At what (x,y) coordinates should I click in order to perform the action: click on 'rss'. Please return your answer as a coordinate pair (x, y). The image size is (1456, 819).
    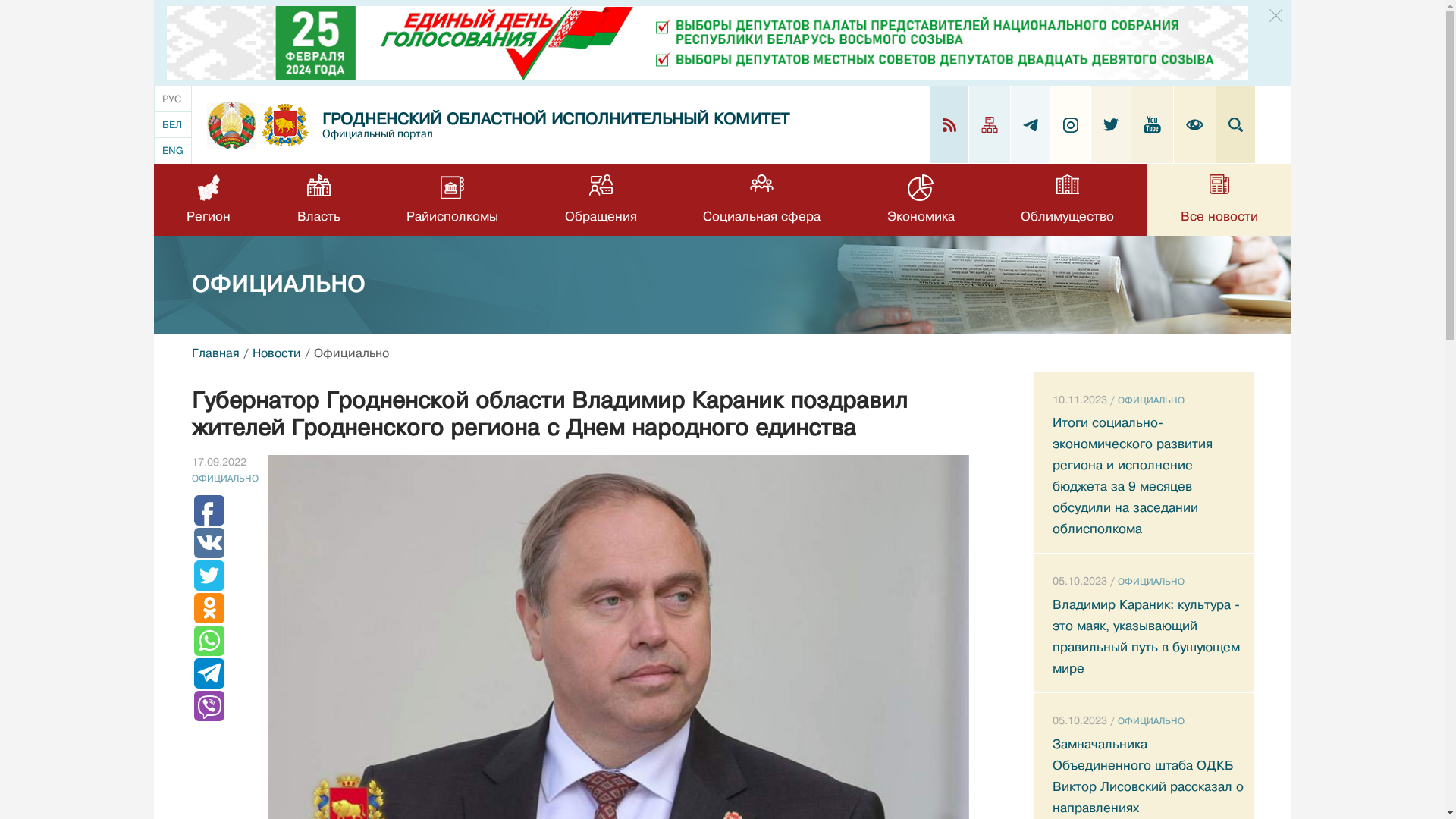
    Looking at the image, I should click on (948, 124).